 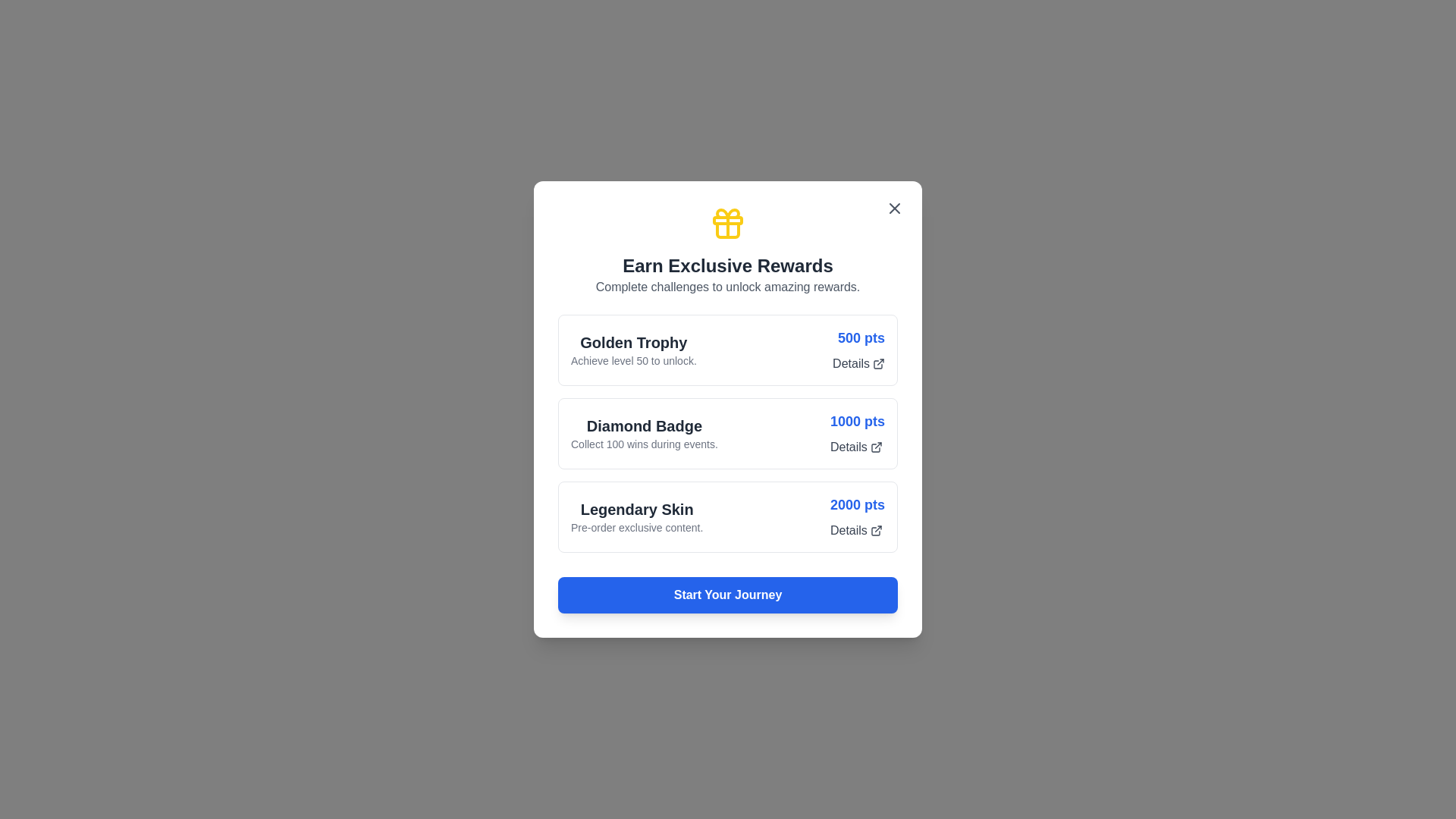 What do you see at coordinates (858, 421) in the screenshot?
I see `the text label displaying '1000 pts' in bold blue color, which is the second reward item in the vertical list, located to the right of 'Diamond Badge' and above the 'Details' link` at bounding box center [858, 421].